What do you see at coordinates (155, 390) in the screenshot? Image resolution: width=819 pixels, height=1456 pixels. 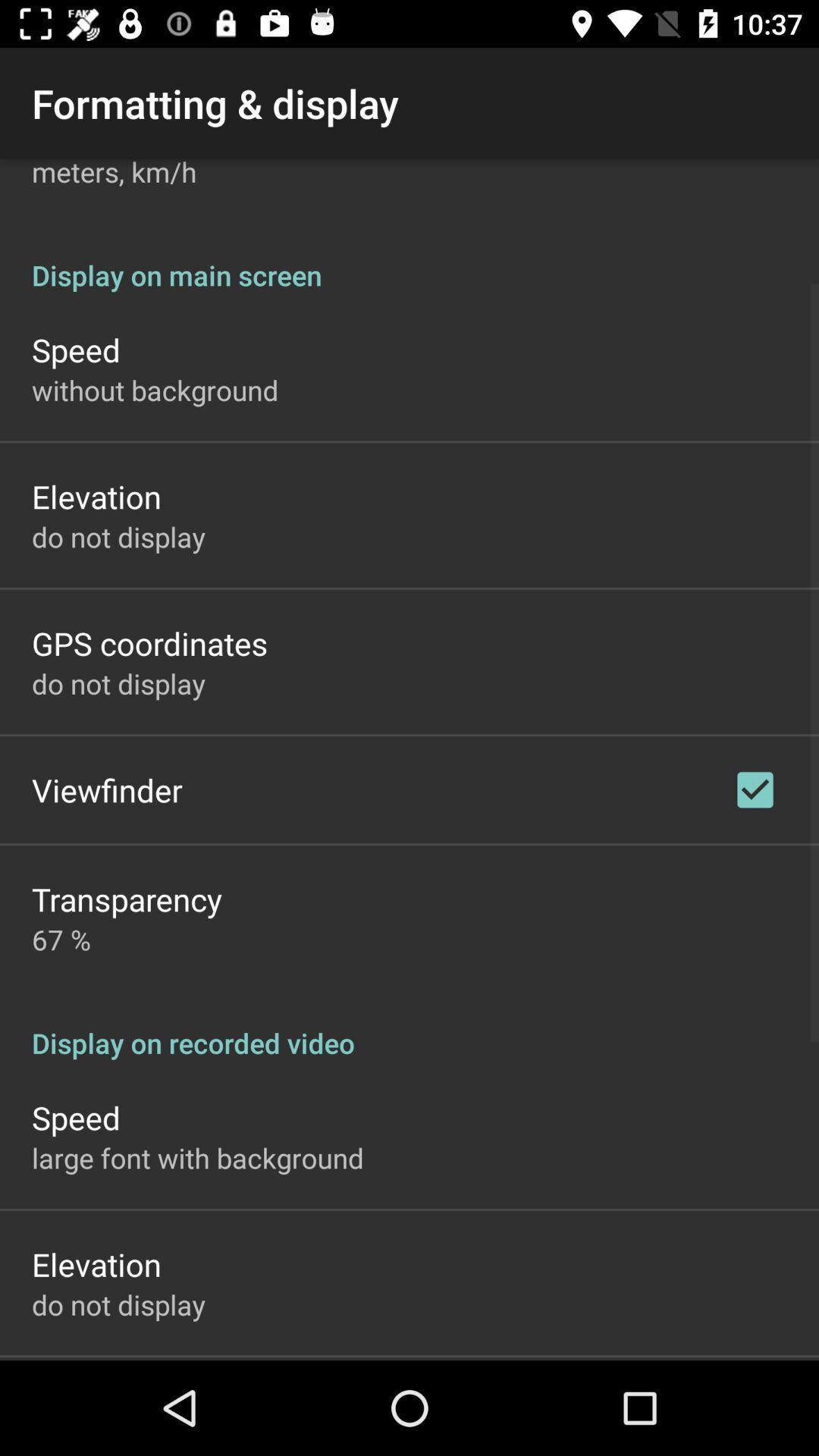 I see `the item above the elevation icon` at bounding box center [155, 390].